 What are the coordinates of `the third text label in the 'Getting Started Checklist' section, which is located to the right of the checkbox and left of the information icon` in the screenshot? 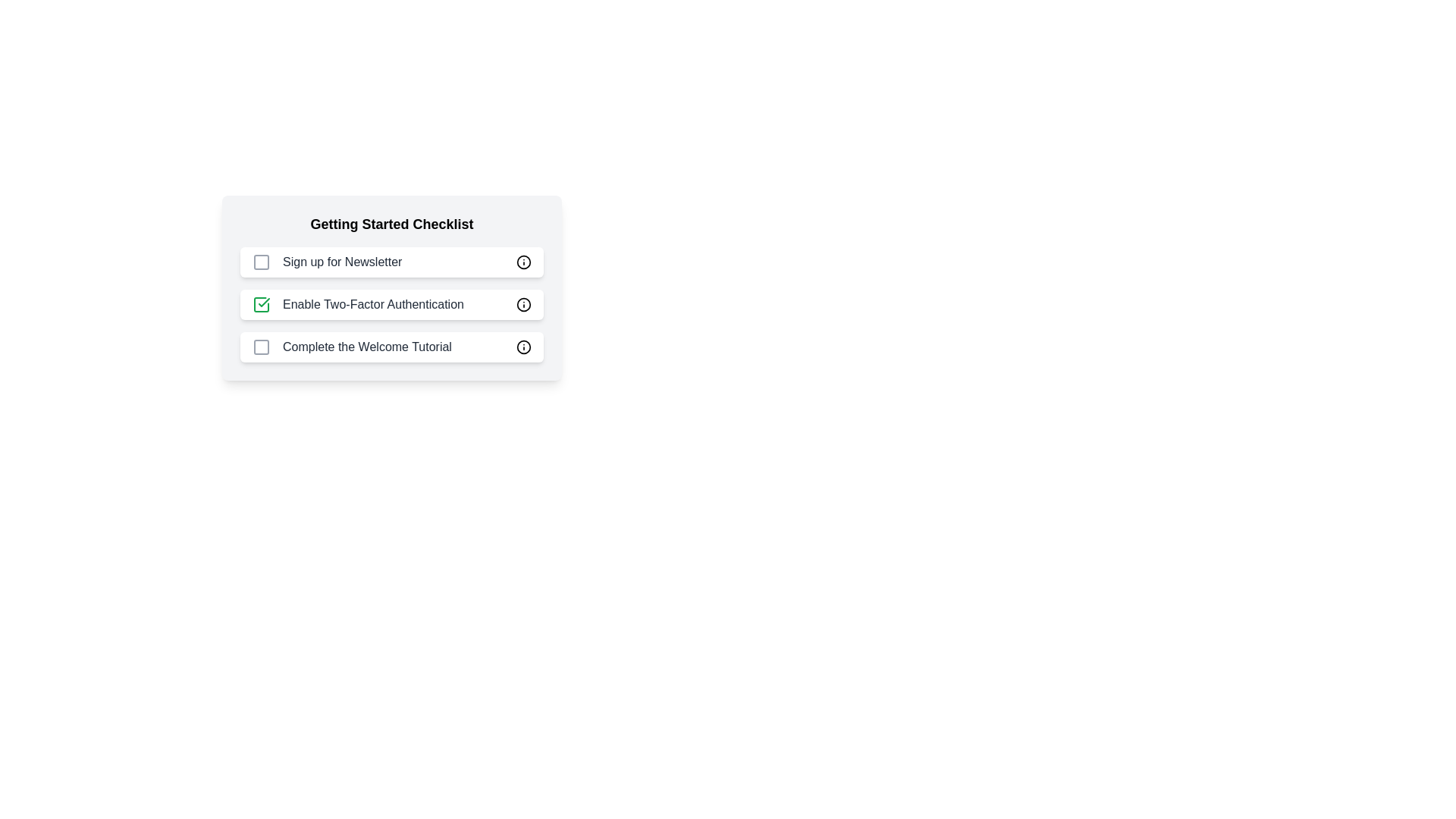 It's located at (367, 347).